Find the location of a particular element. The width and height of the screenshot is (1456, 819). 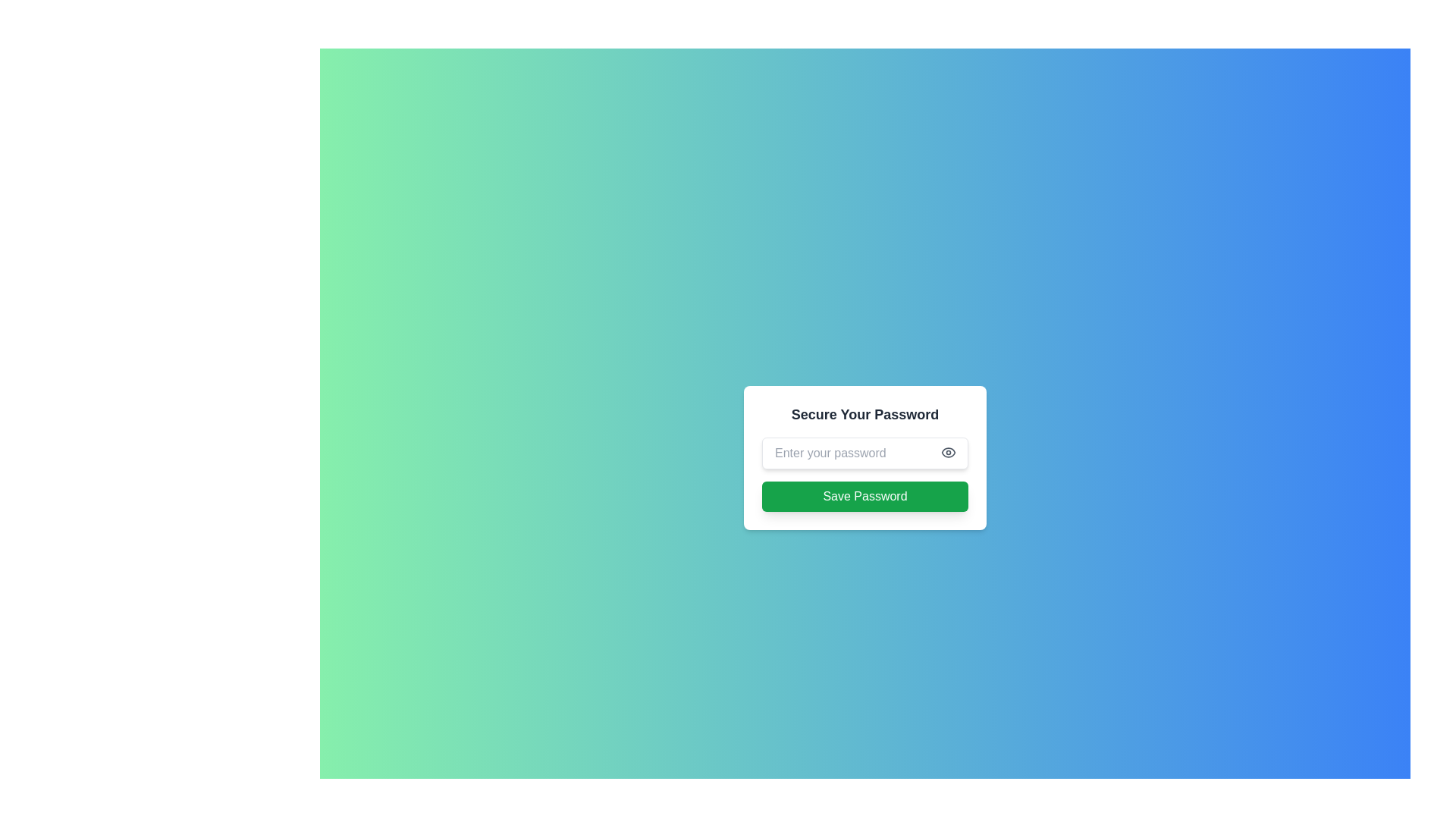

the eye icon button used for toggling password visibility is located at coordinates (948, 452).